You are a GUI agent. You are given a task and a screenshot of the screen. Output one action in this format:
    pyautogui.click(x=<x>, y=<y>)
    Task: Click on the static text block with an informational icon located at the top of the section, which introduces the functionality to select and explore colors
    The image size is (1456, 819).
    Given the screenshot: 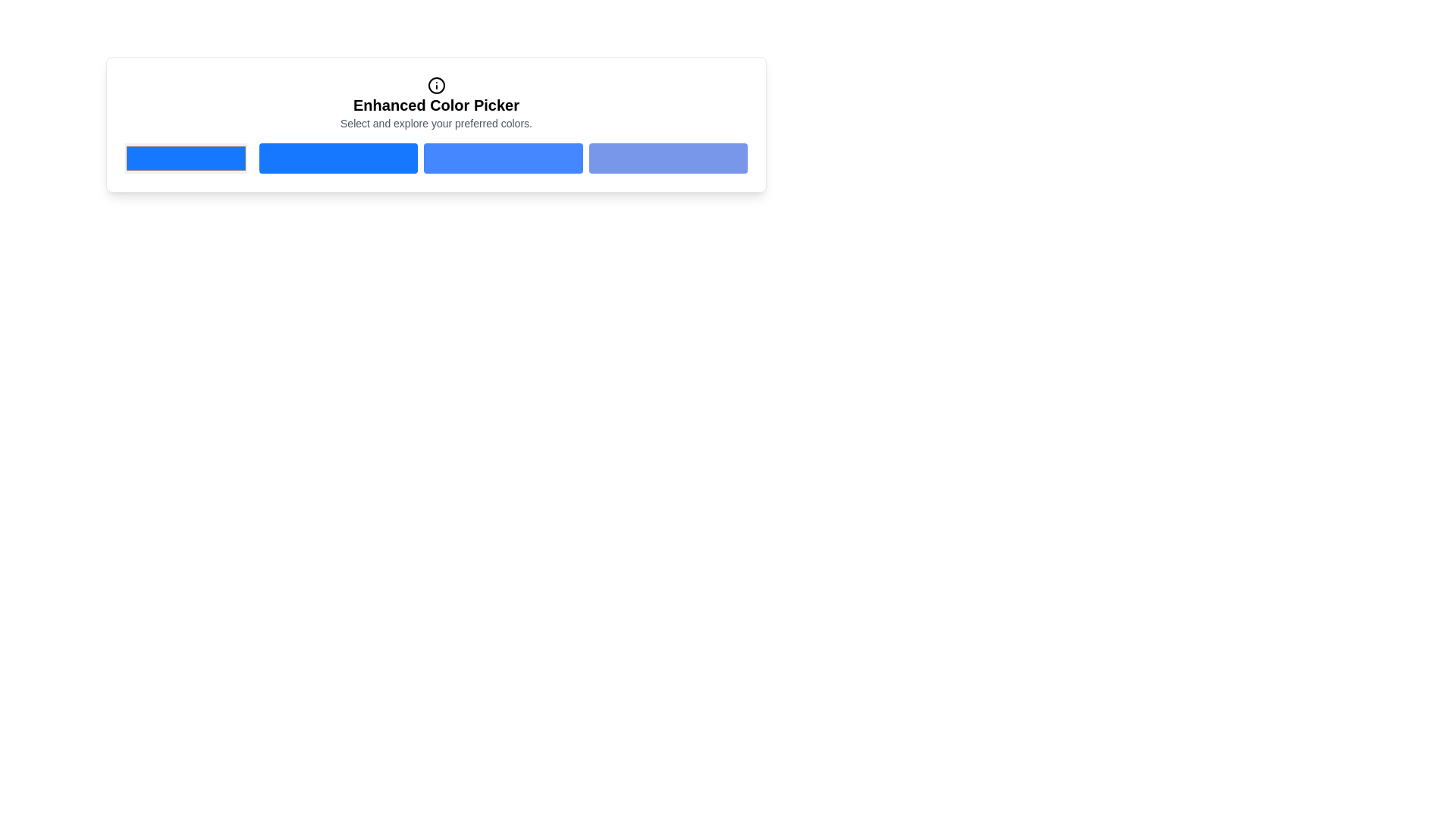 What is the action you would take?
    pyautogui.click(x=435, y=102)
    